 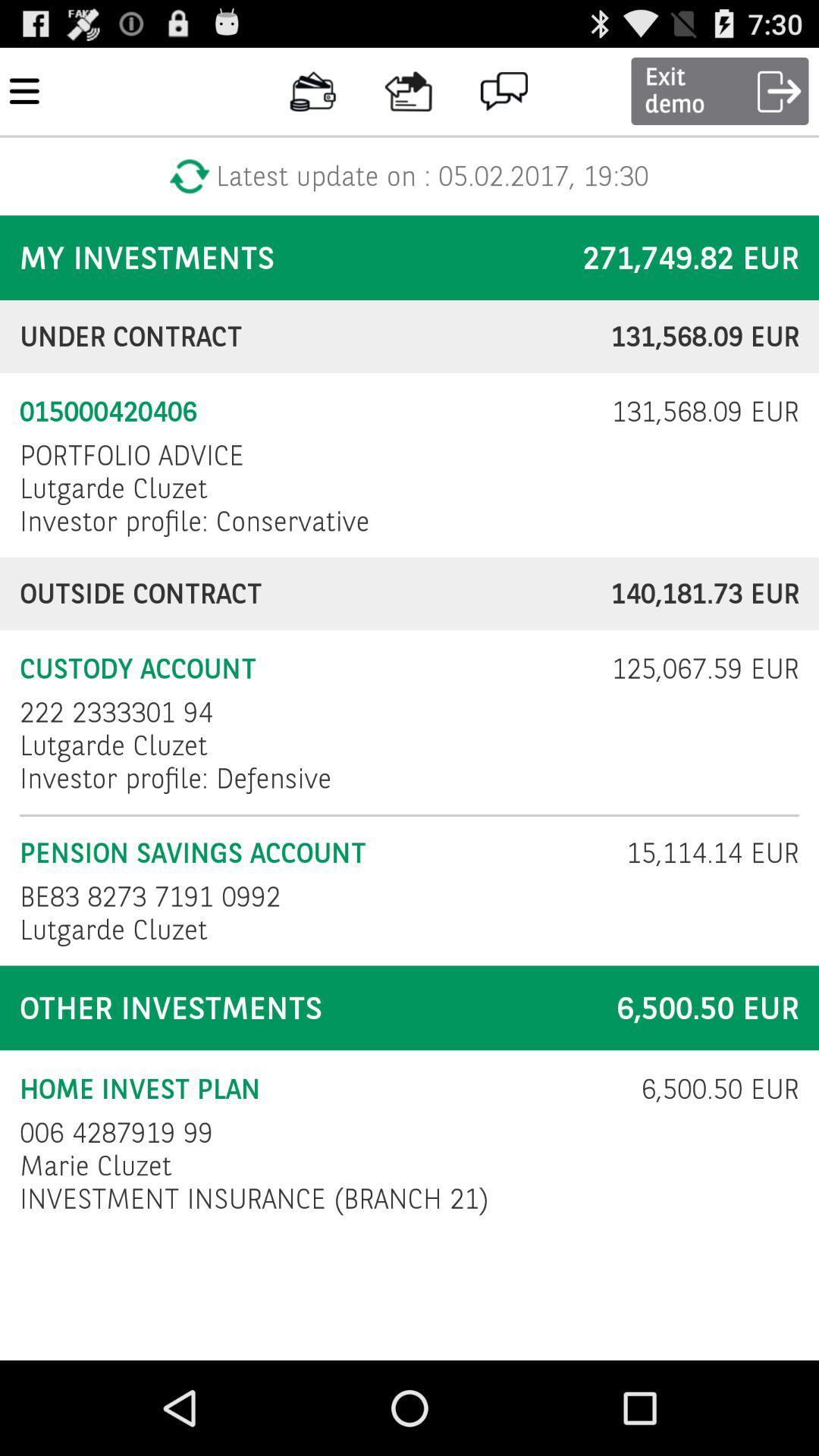 What do you see at coordinates (115, 711) in the screenshot?
I see `222 2333301 94 icon` at bounding box center [115, 711].